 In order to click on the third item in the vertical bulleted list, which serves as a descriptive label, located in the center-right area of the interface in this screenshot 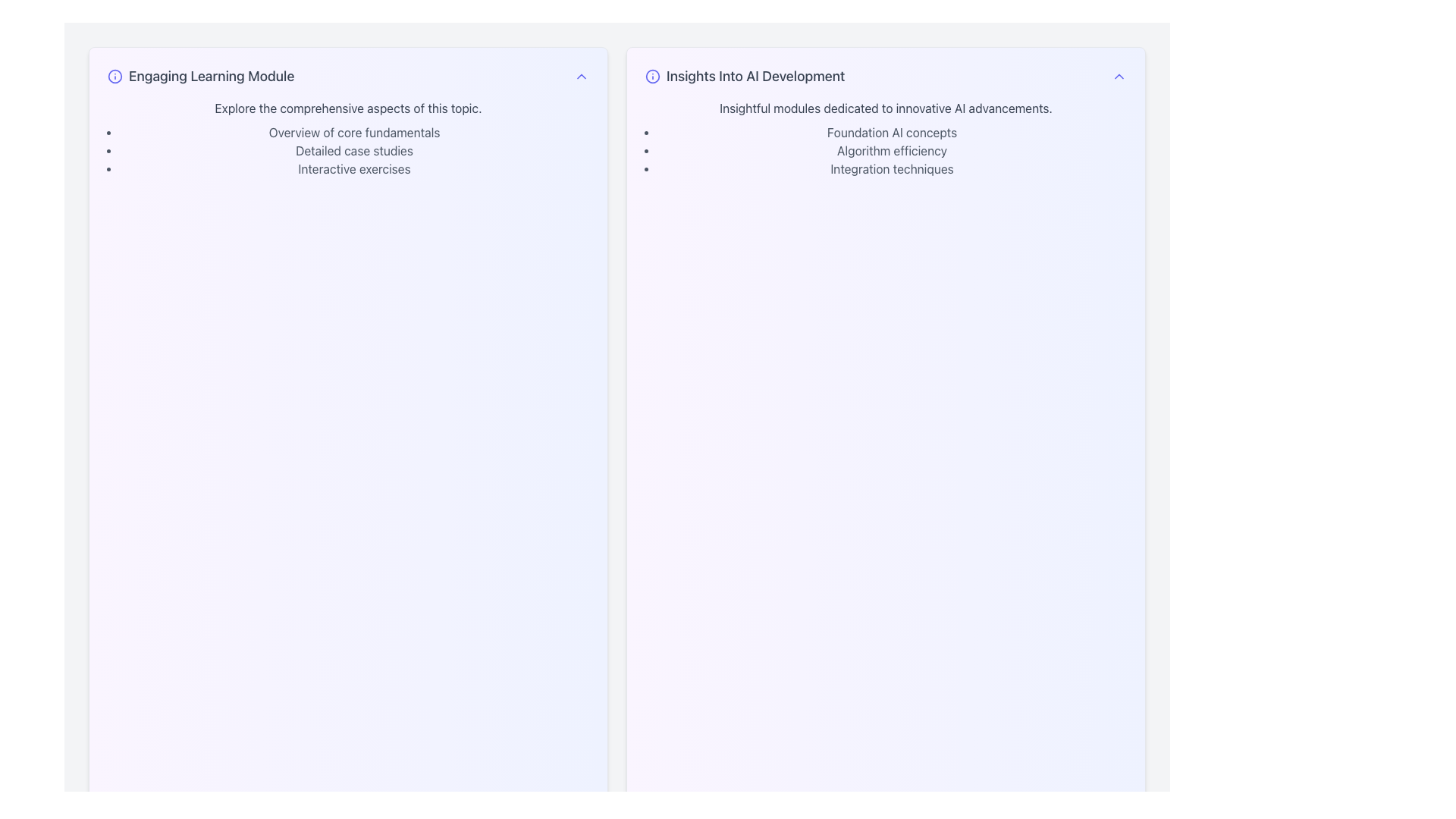, I will do `click(892, 169)`.